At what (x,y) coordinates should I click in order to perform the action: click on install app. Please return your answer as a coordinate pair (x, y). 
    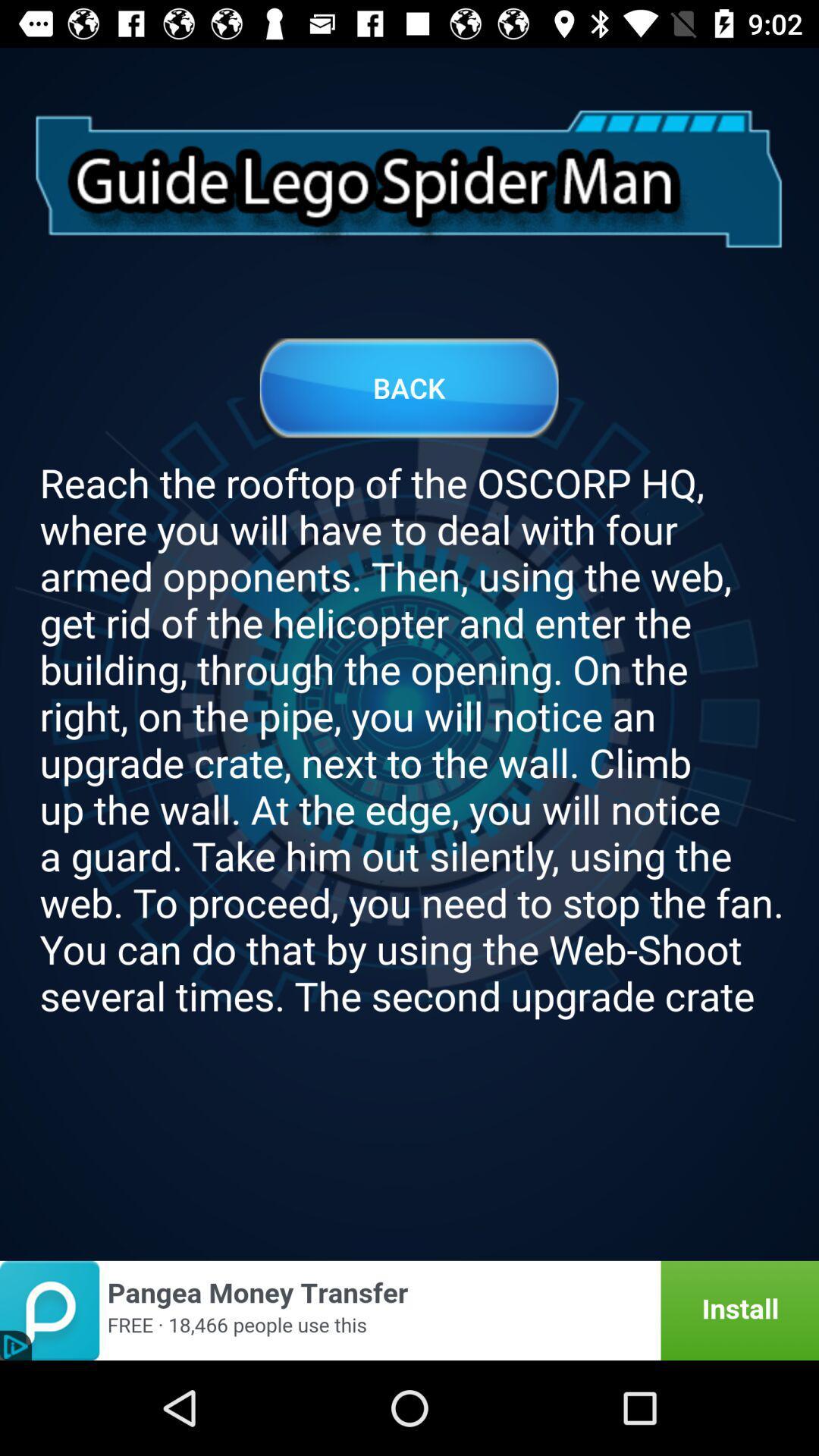
    Looking at the image, I should click on (409, 1310).